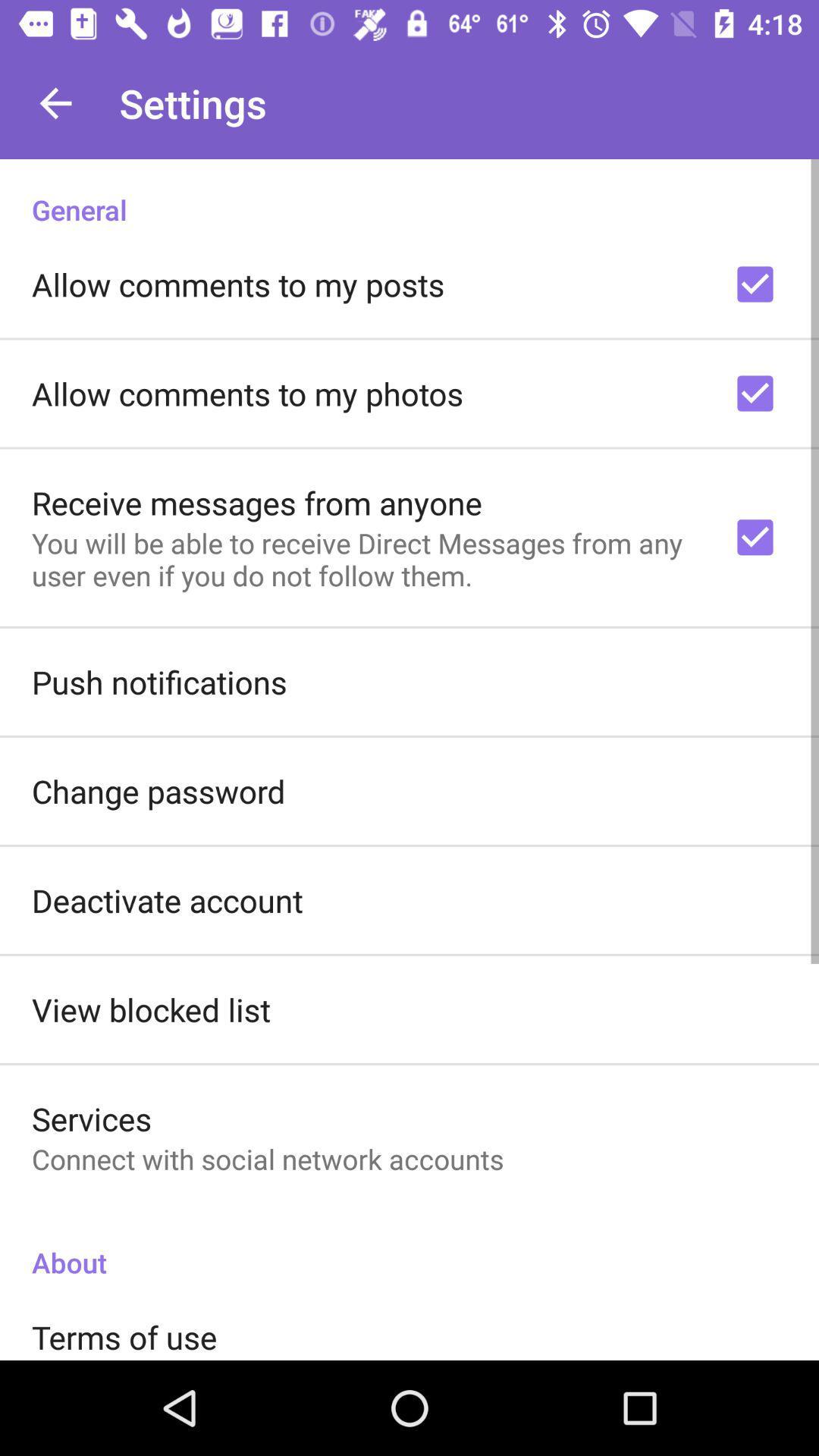 The width and height of the screenshot is (819, 1456). Describe the element at coordinates (409, 1247) in the screenshot. I see `about item` at that location.